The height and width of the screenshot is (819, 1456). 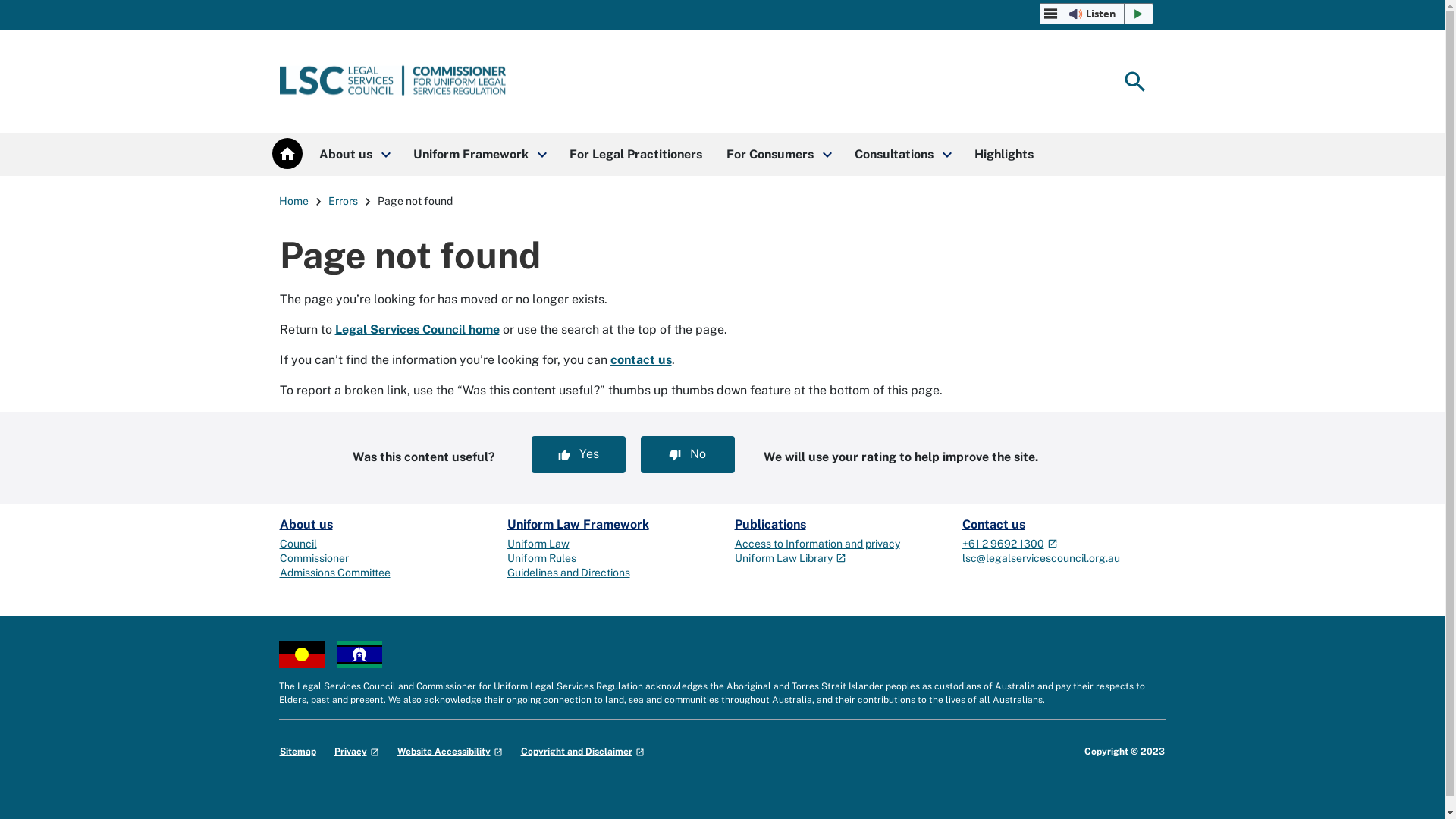 What do you see at coordinates (477, 155) in the screenshot?
I see `'Uniform Framework` at bounding box center [477, 155].